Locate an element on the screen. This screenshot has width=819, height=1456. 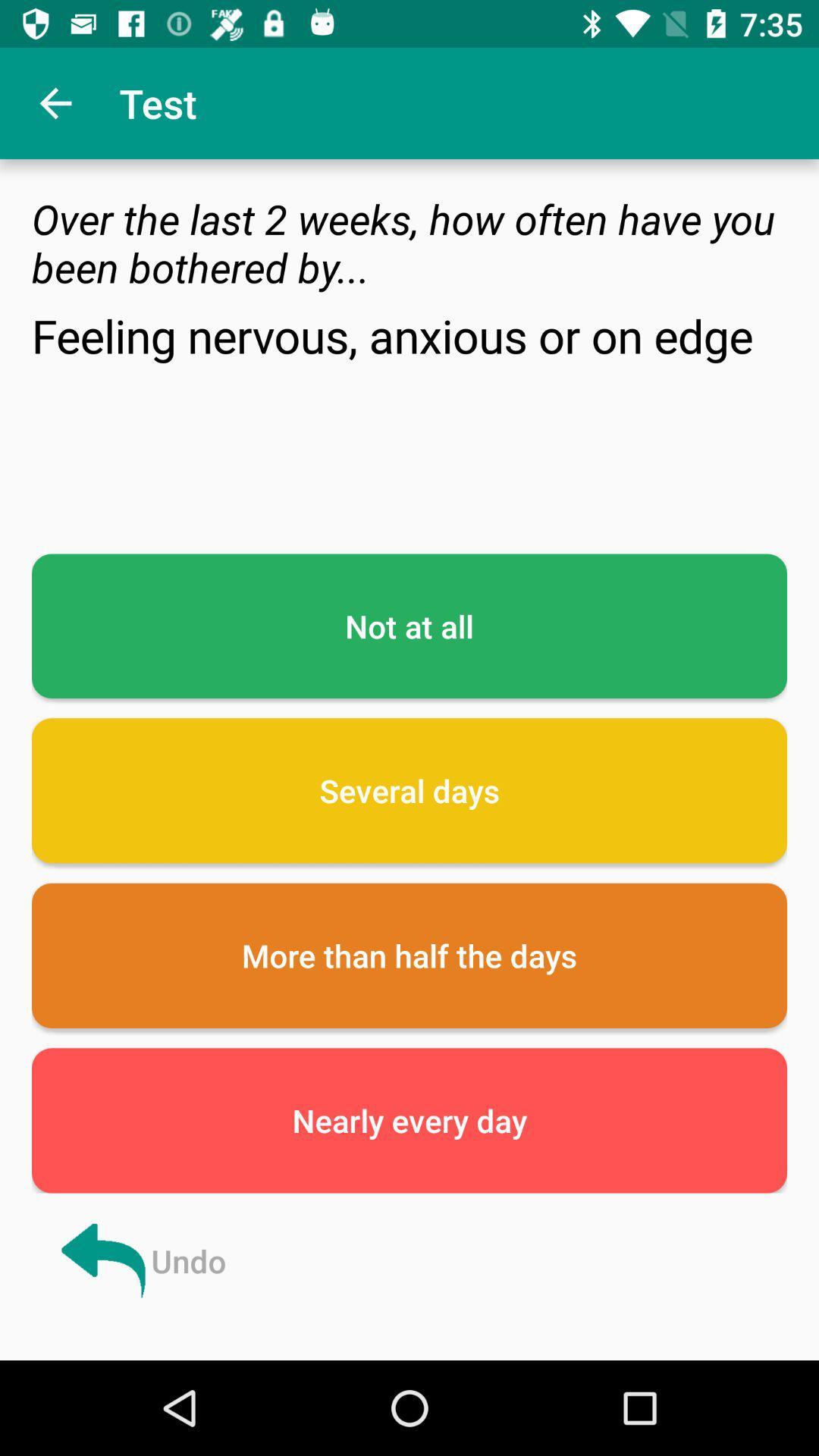
the item above the over the last is located at coordinates (55, 102).